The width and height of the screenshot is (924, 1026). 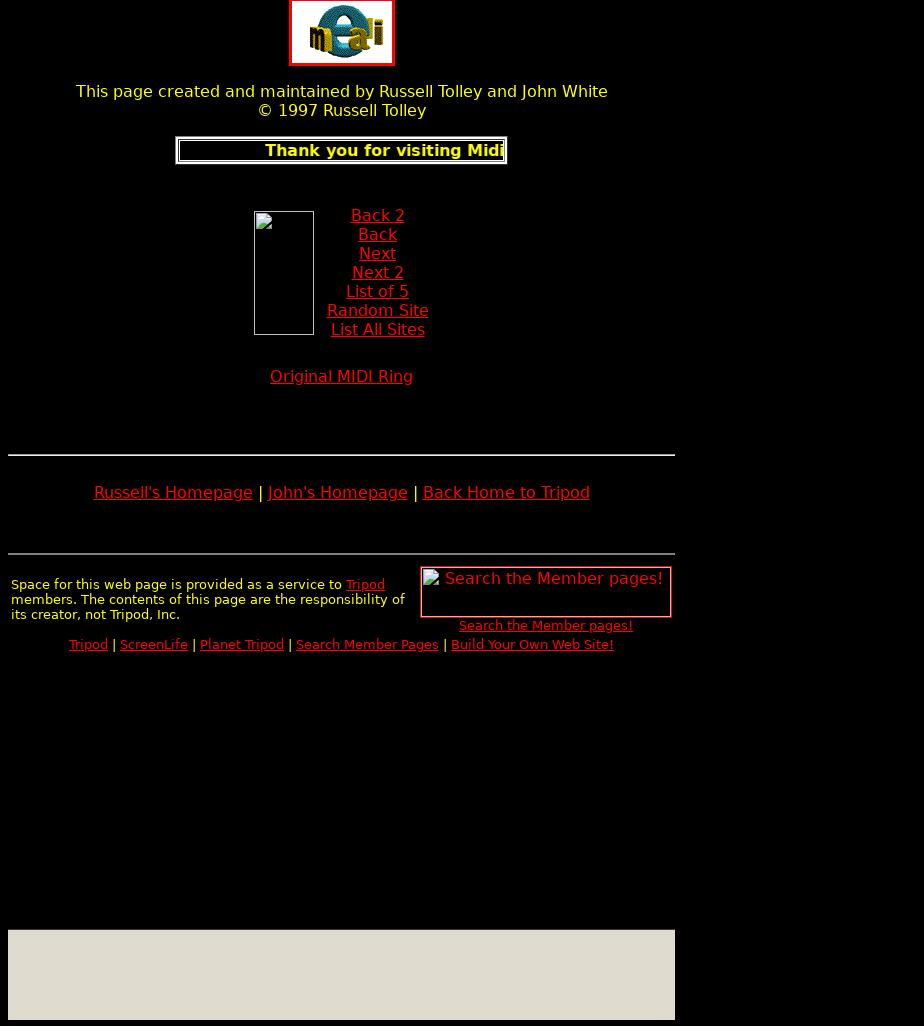 What do you see at coordinates (178, 583) in the screenshot?
I see `'Space for this web page is provided as a service to'` at bounding box center [178, 583].